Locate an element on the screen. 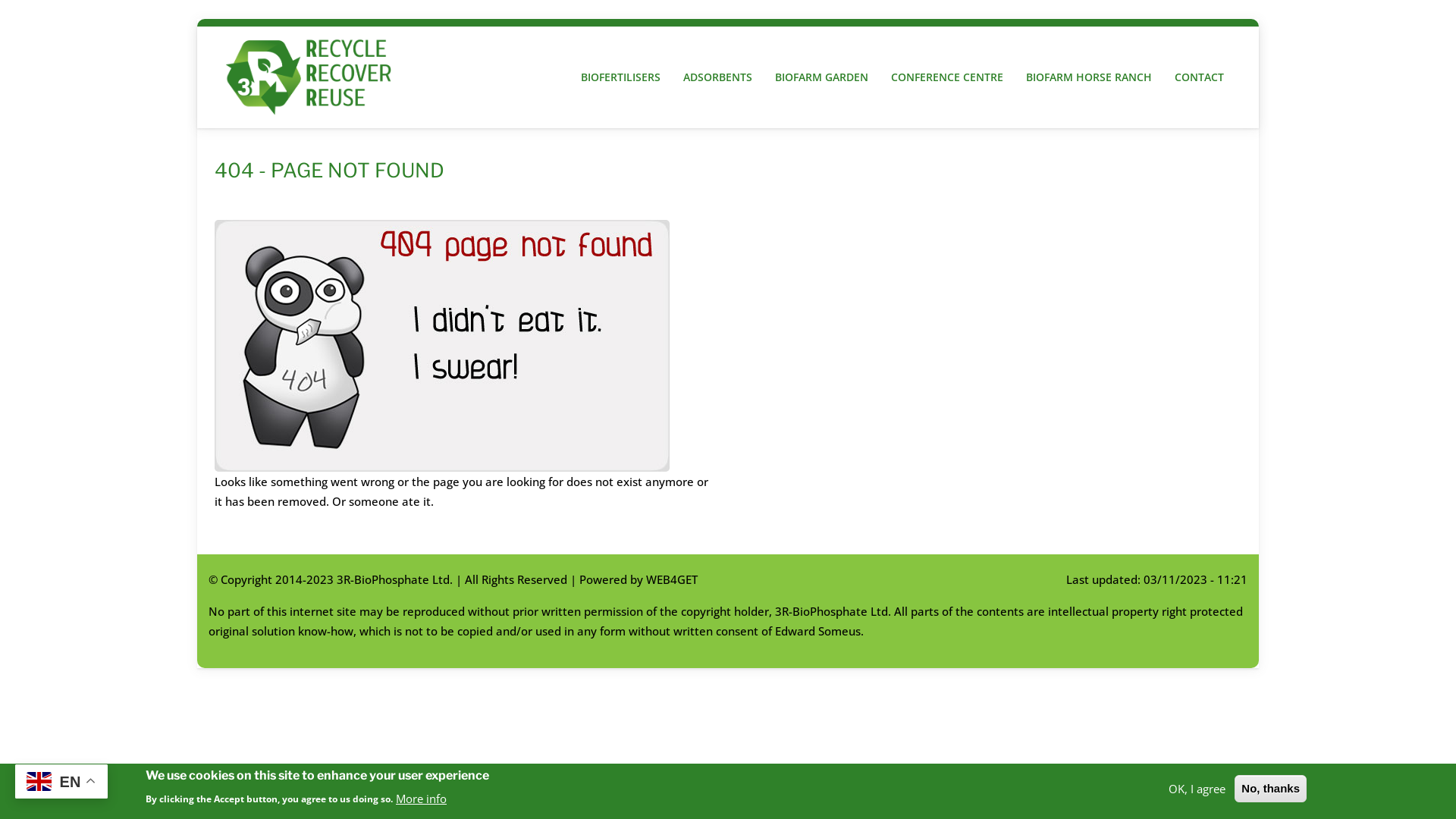 The width and height of the screenshot is (1456, 819). 'More info' is located at coordinates (421, 797).